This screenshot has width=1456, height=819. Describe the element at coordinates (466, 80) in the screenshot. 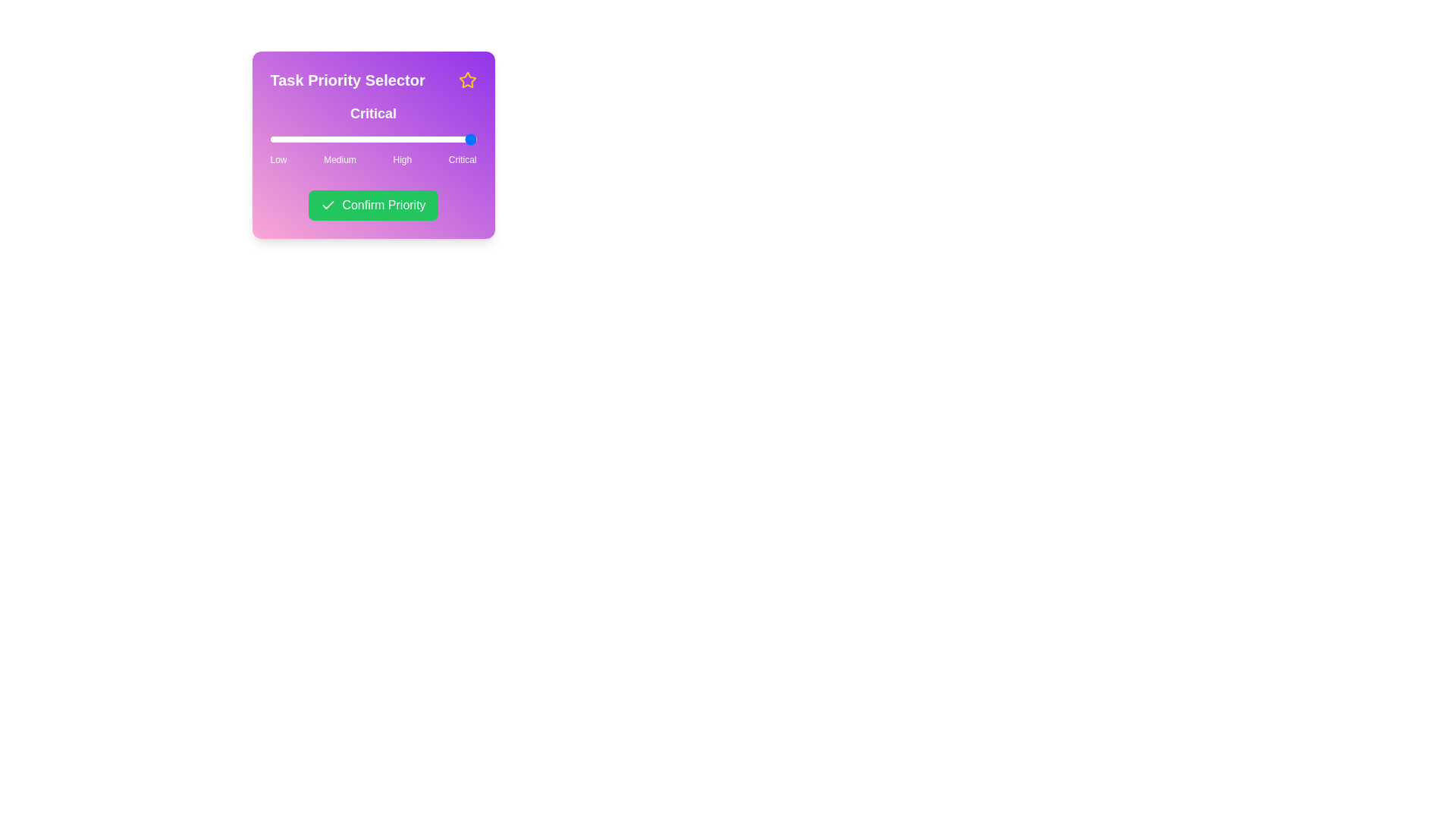

I see `the star icon located in the top-right corner of the task priority selector card` at that location.